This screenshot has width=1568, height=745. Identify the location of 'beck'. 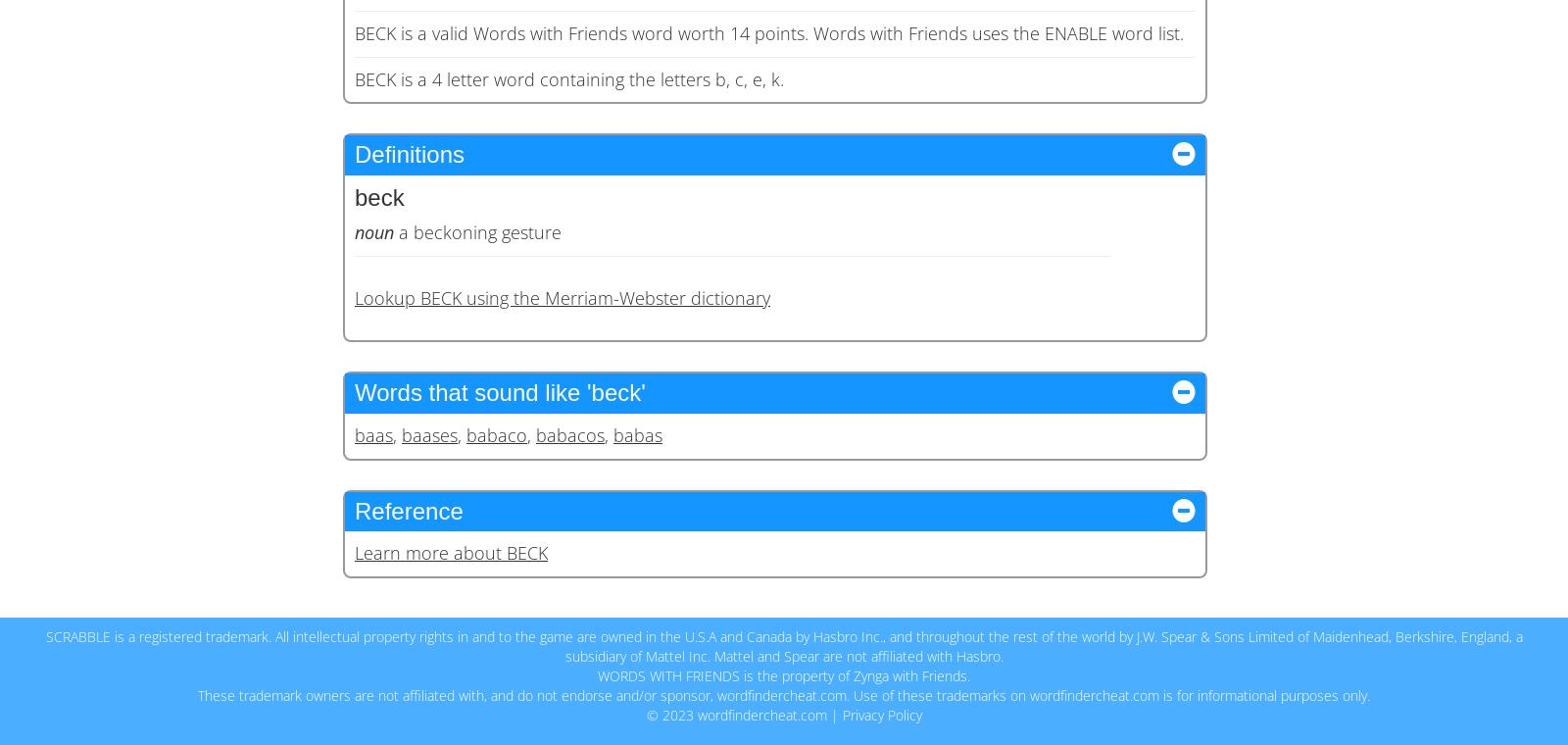
(379, 195).